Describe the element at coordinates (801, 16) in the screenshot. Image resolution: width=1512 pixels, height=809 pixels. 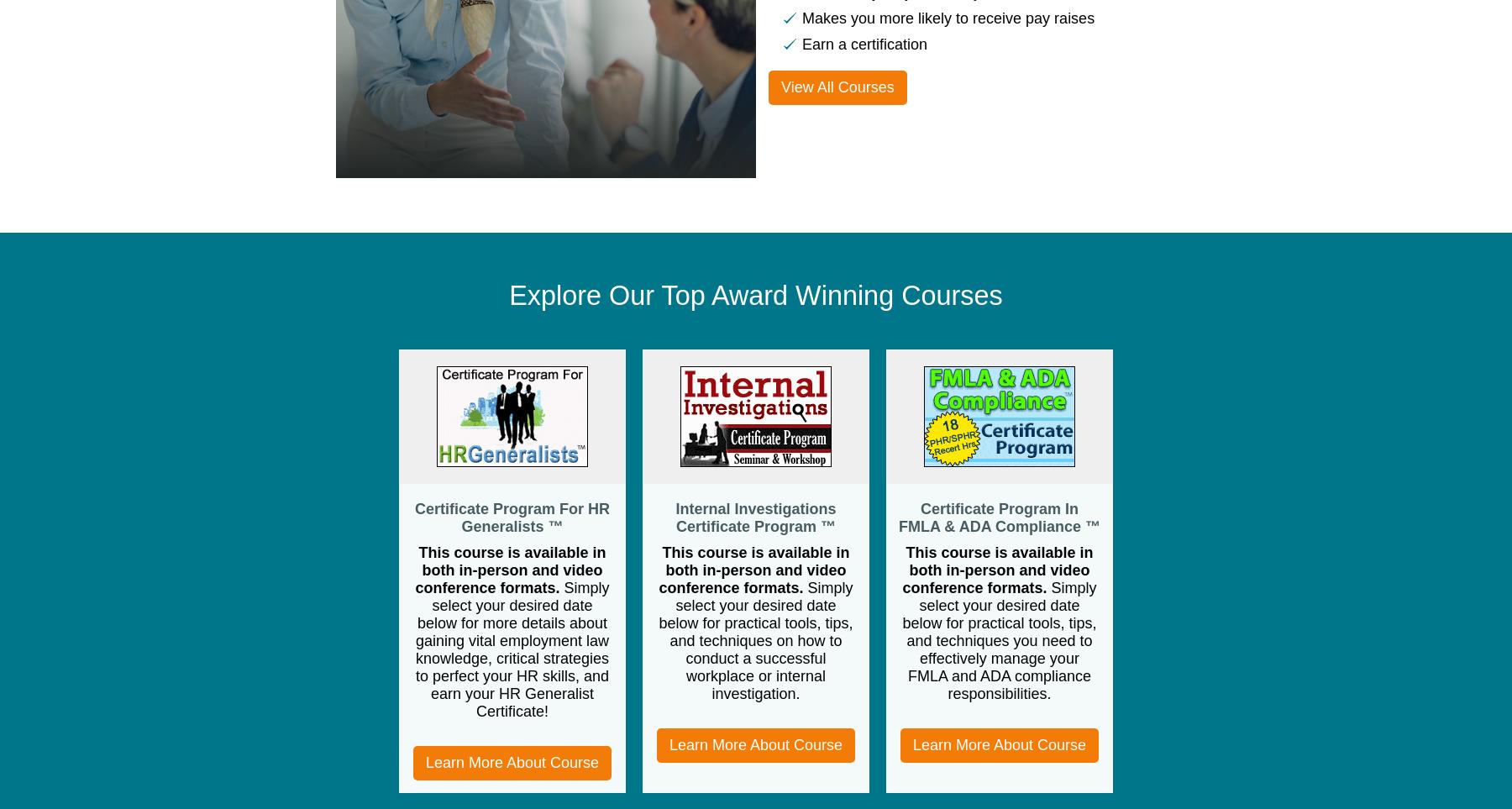
I see `'Makes you more likely to receive pay raises'` at that location.